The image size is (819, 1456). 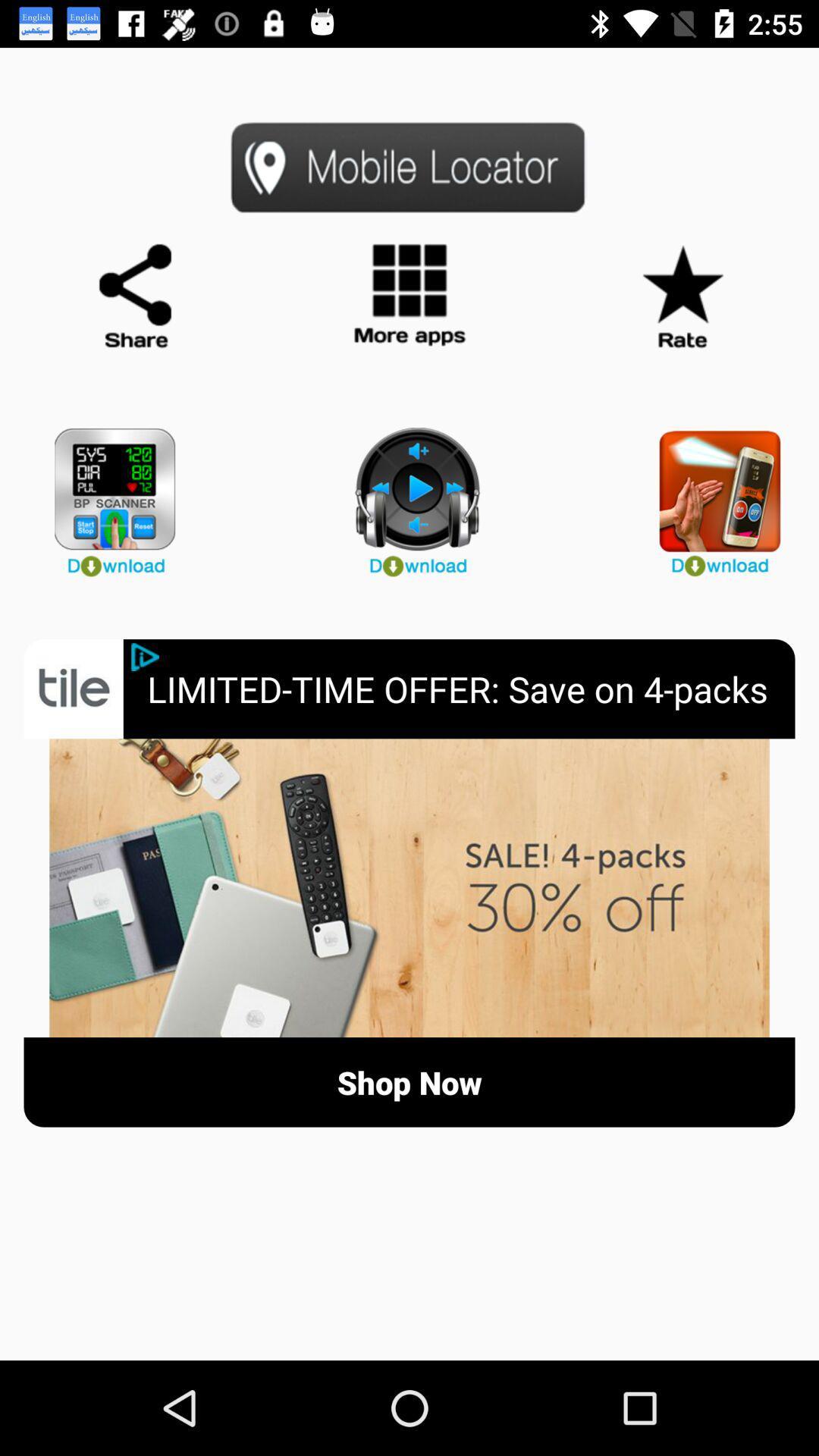 I want to click on the share icon, so click(x=136, y=297).